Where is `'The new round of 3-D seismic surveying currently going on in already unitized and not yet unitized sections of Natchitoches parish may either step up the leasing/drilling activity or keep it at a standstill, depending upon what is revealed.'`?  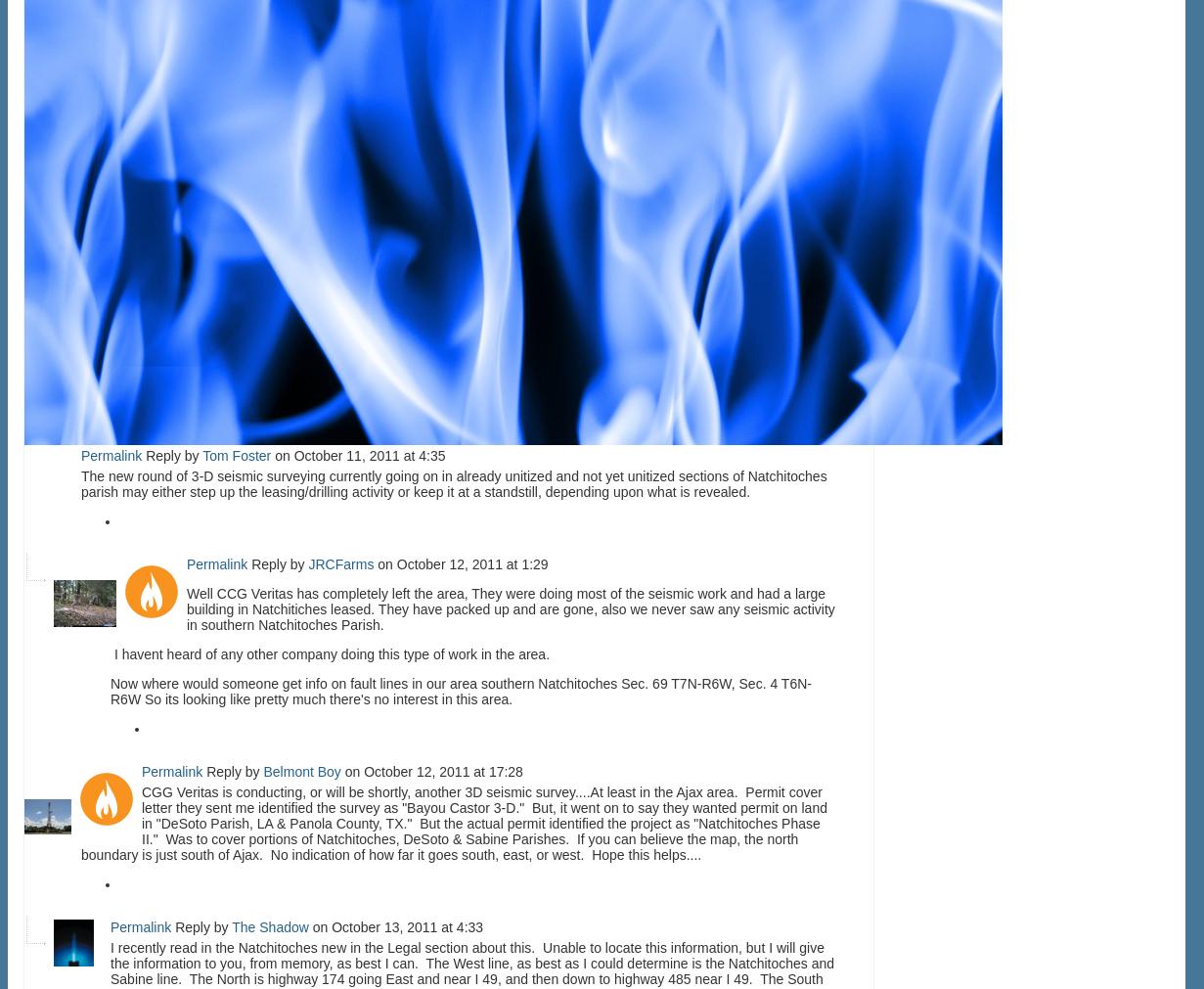
'The new round of 3-D seismic surveying currently going on in already unitized and not yet unitized sections of Natchitoches parish may either step up the leasing/drilling activity or keep it at a standstill, depending upon what is revealed.' is located at coordinates (453, 482).